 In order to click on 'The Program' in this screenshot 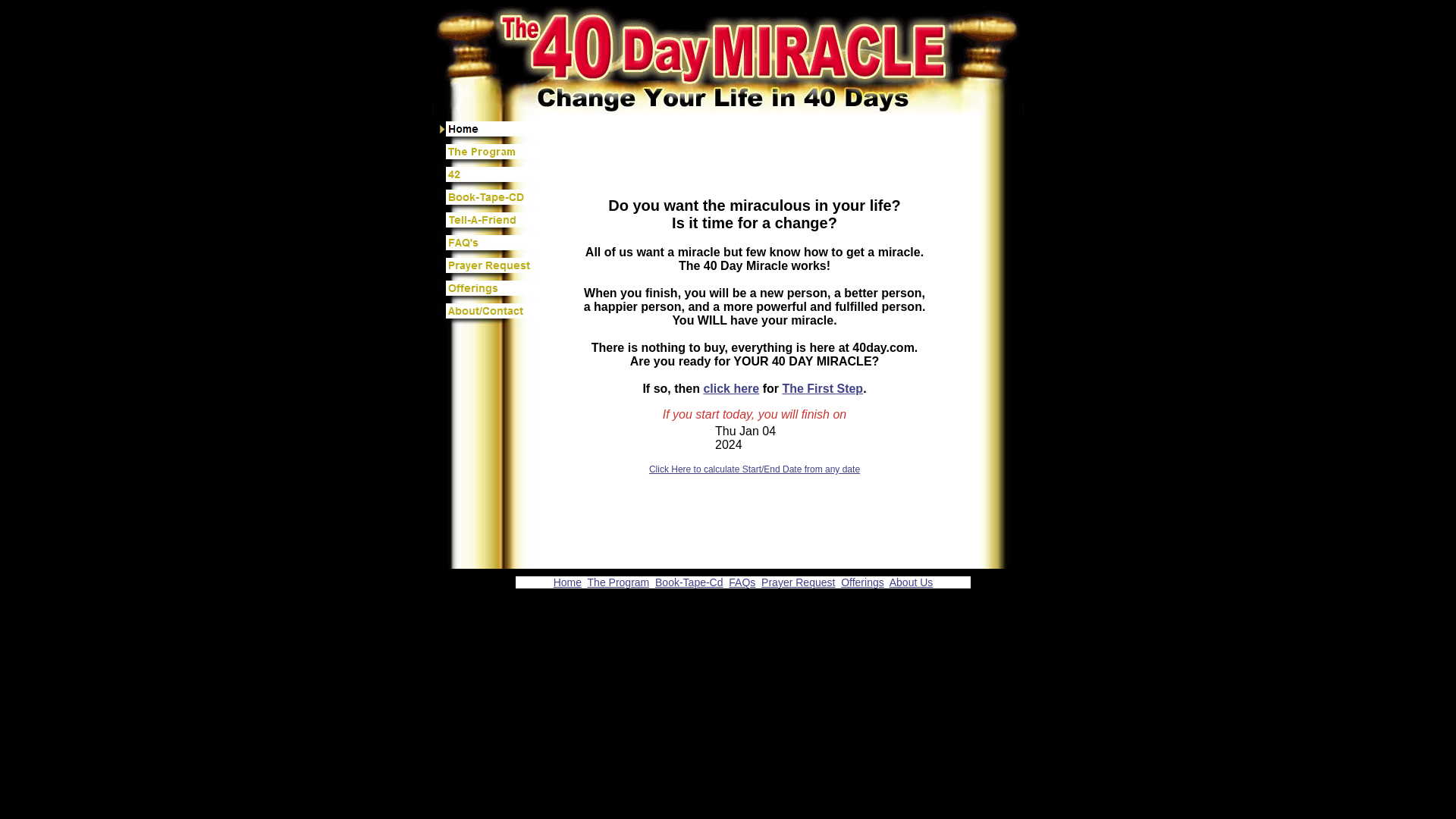, I will do `click(488, 155)`.